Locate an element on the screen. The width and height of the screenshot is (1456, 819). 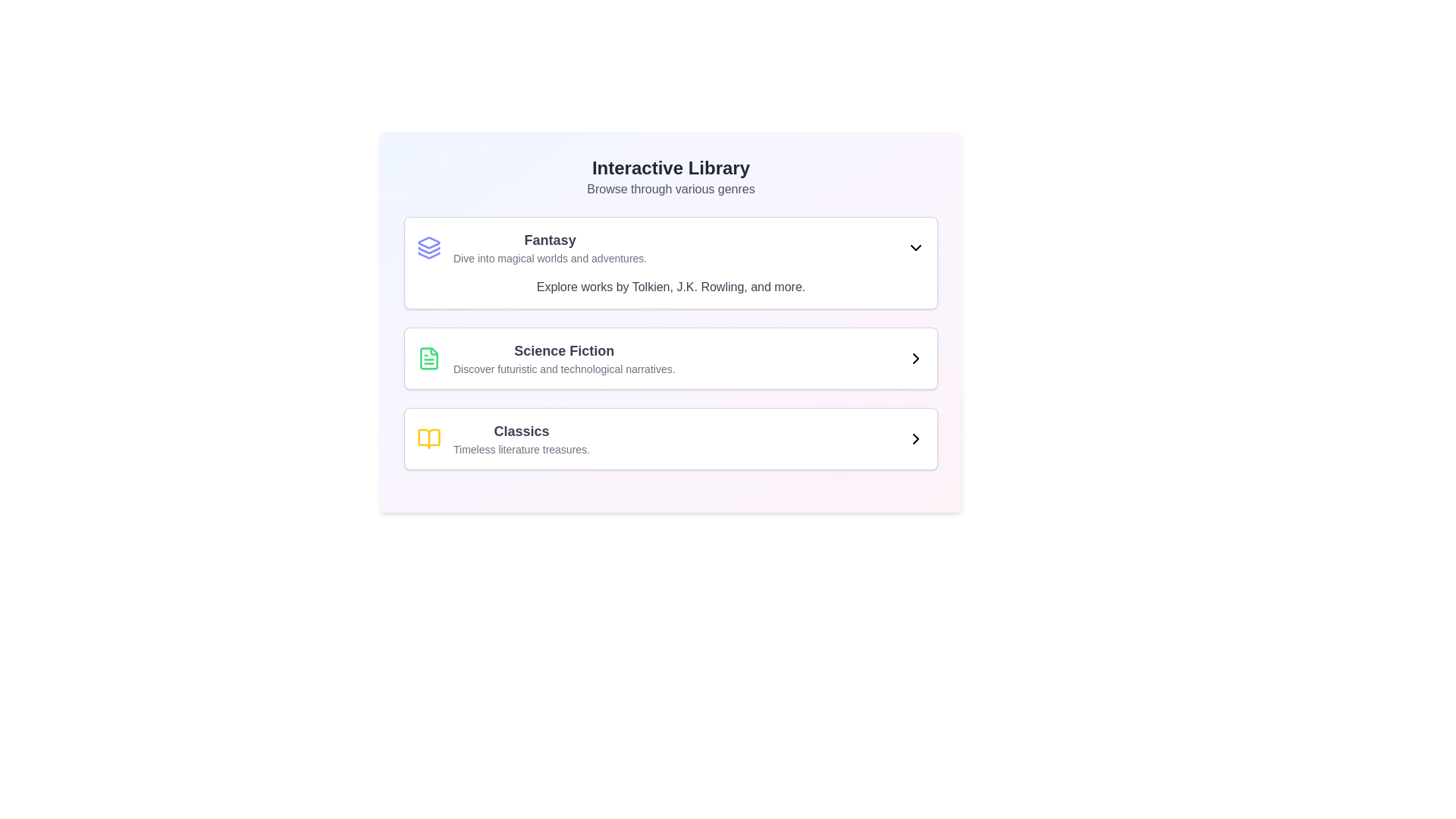
the yellow book icon located in the 'Classics' section of the 'Interactive Library' interface is located at coordinates (428, 438).